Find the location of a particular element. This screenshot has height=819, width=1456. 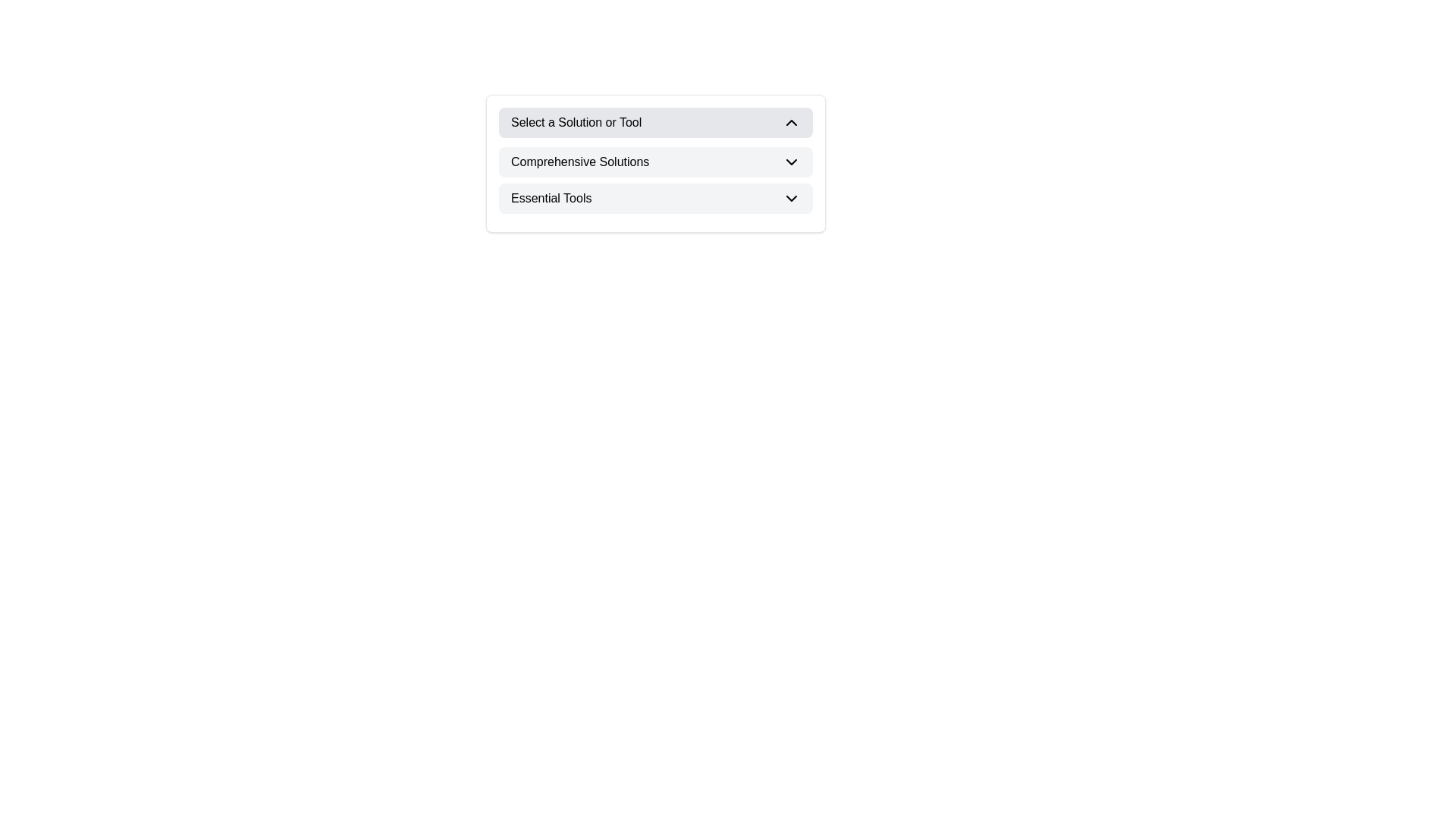

the downward-facing chevron icon located to the far-right of the 'Comprehensive Solutions' button is located at coordinates (790, 162).